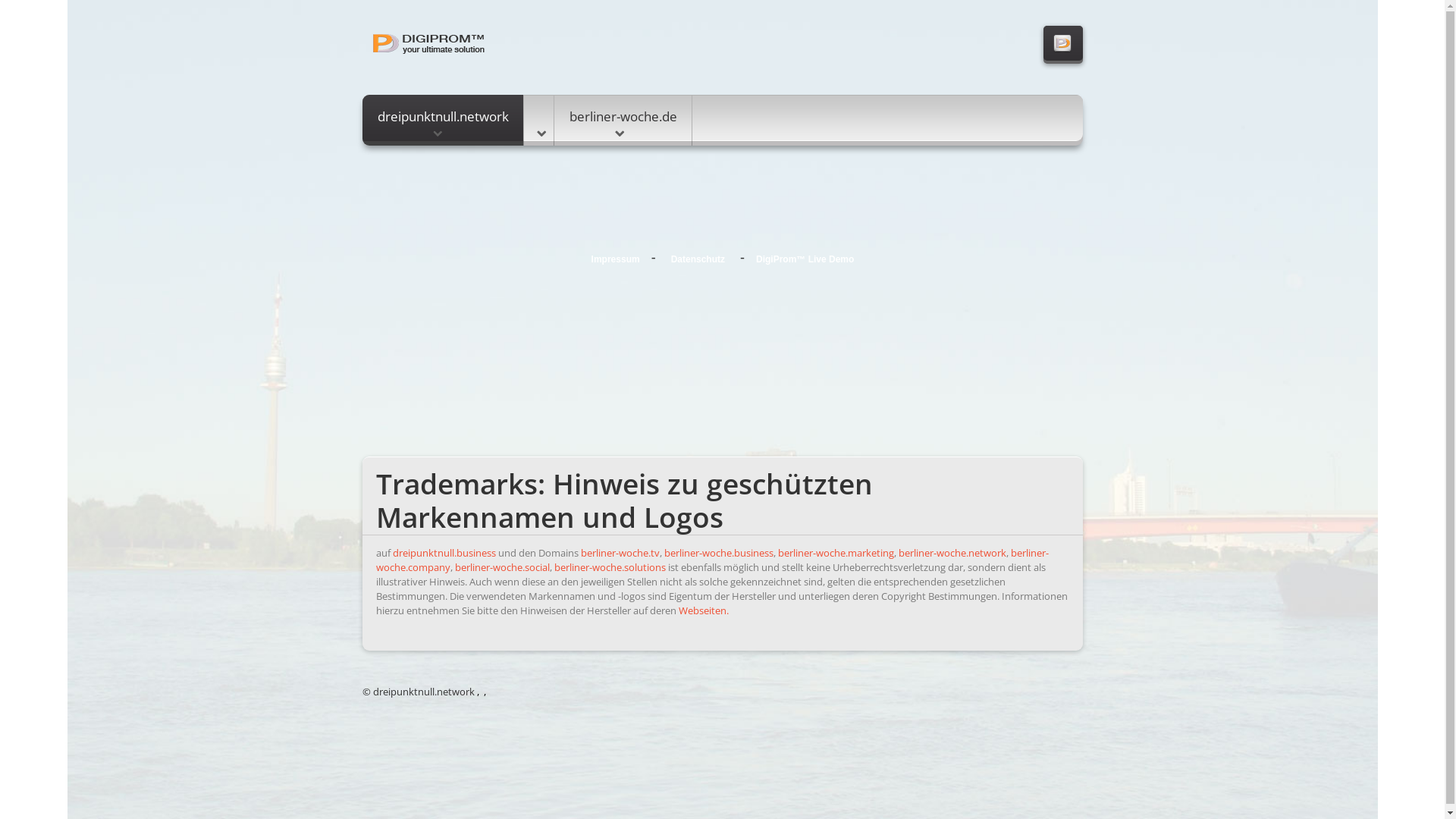  I want to click on 'berliner-woche.company', so click(711, 560).